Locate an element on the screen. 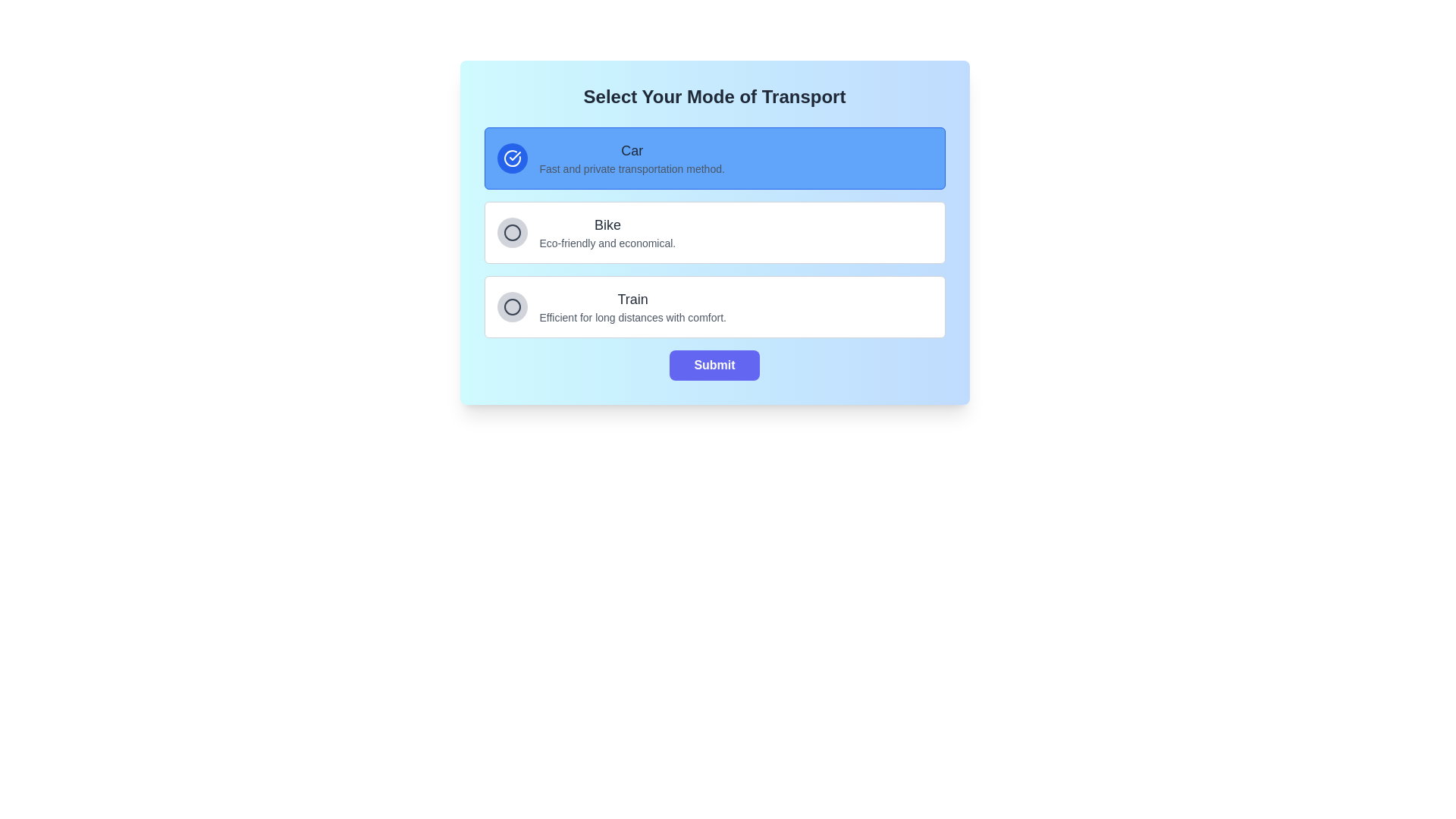  the descriptive text element for the 'Car' option in the transport selection interface, which is positioned centrally to the right of a circular icon with a tick mark is located at coordinates (632, 158).